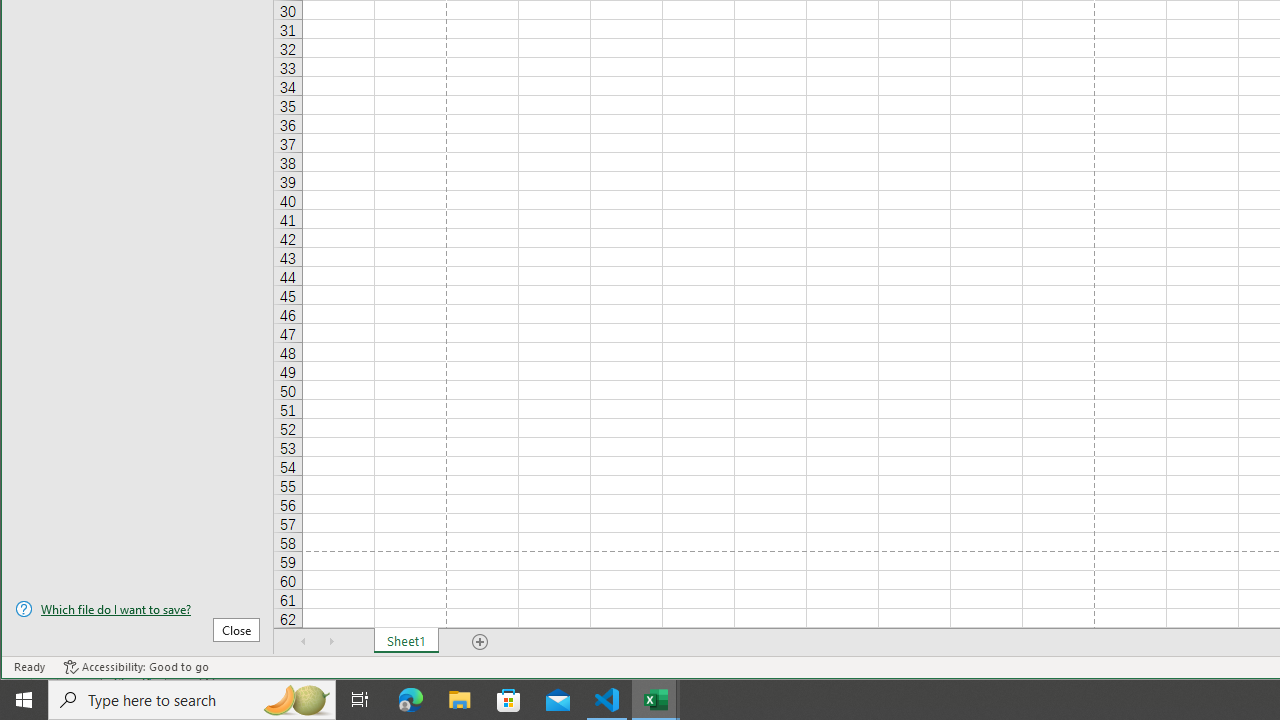 The height and width of the screenshot is (720, 1280). Describe the element at coordinates (359, 698) in the screenshot. I see `'Task View'` at that location.